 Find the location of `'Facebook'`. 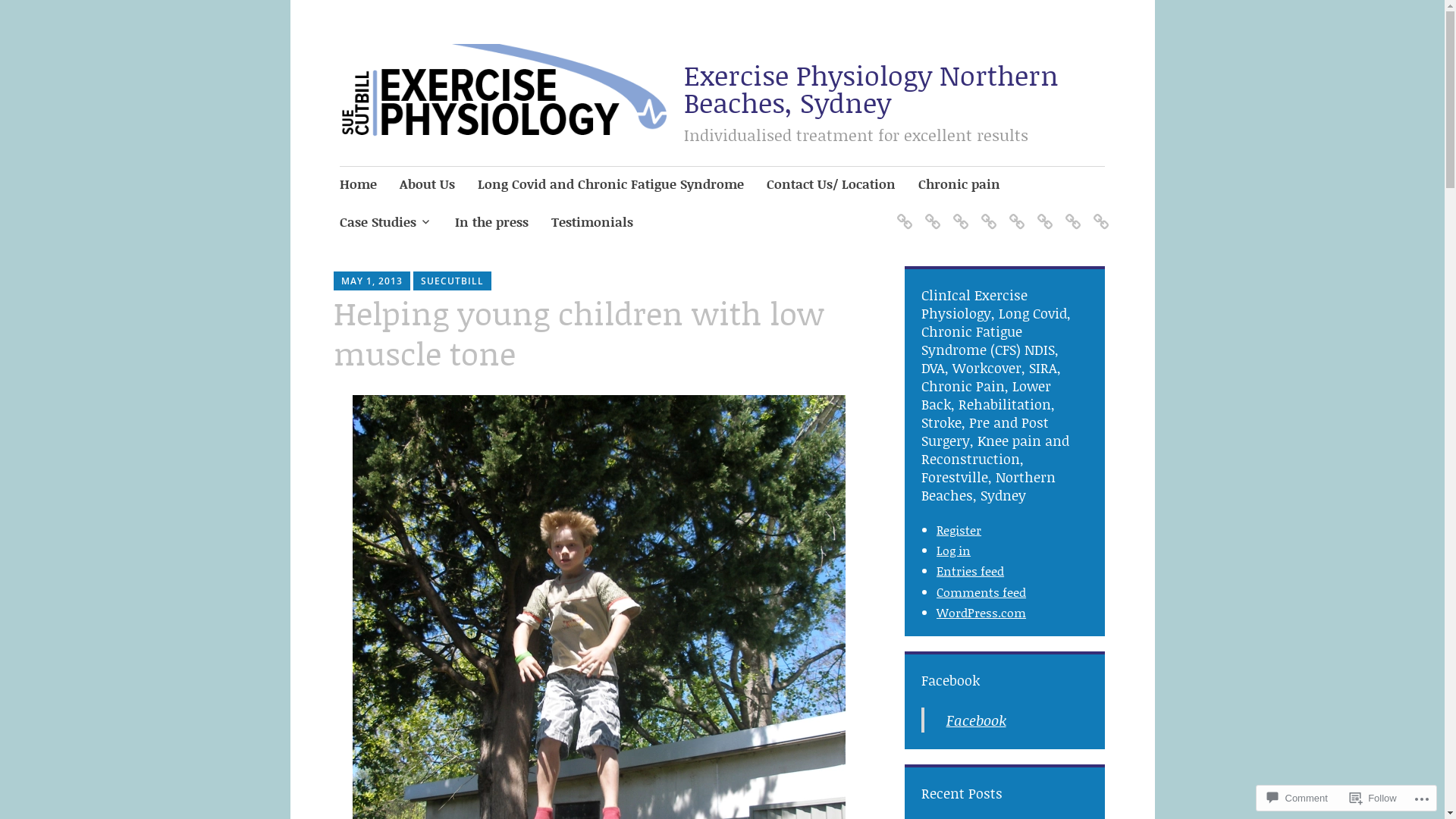

'Facebook' is located at coordinates (976, 719).